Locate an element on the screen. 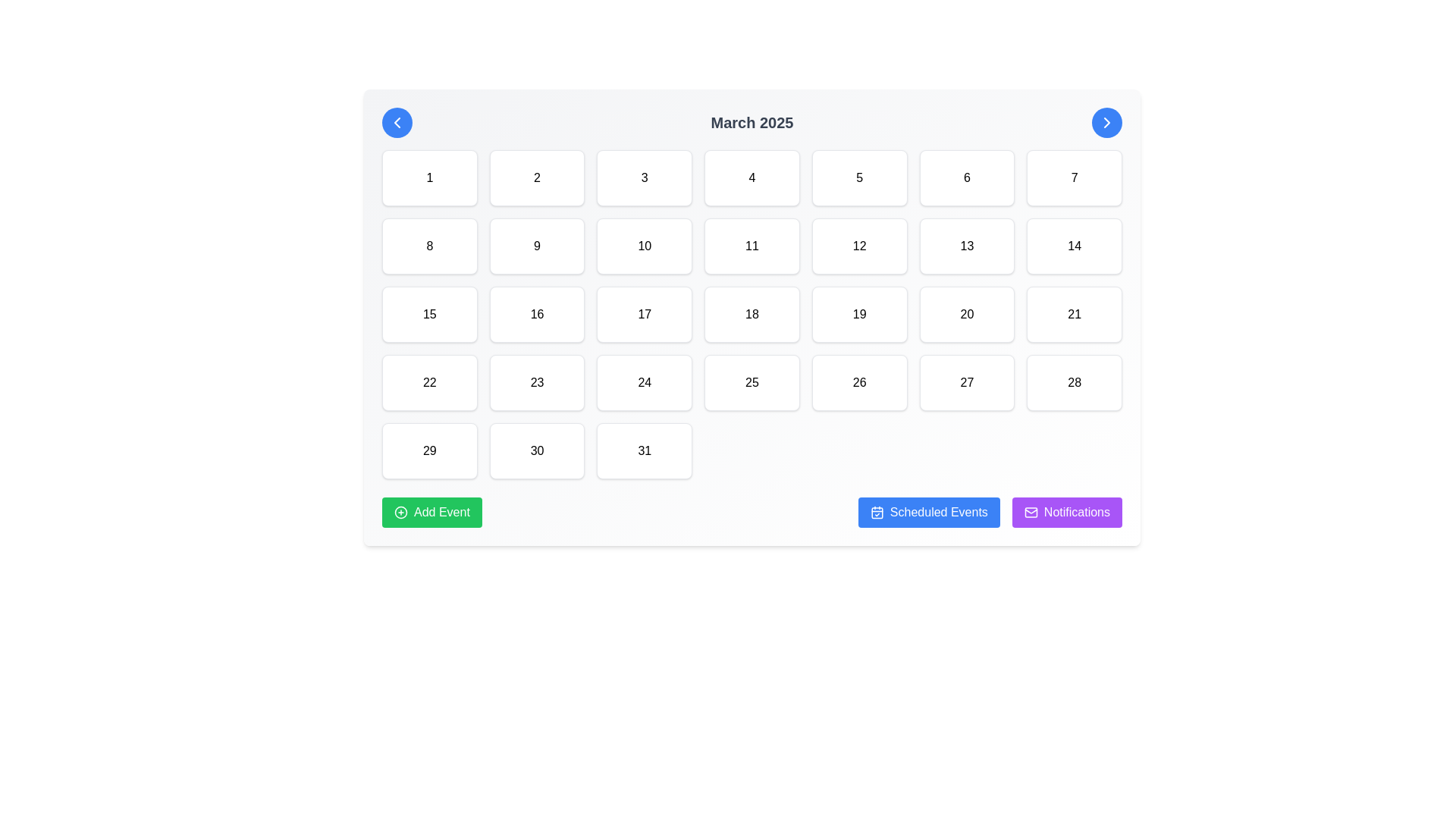  the Date Cell representing the 13th day in the calendar view is located at coordinates (966, 245).